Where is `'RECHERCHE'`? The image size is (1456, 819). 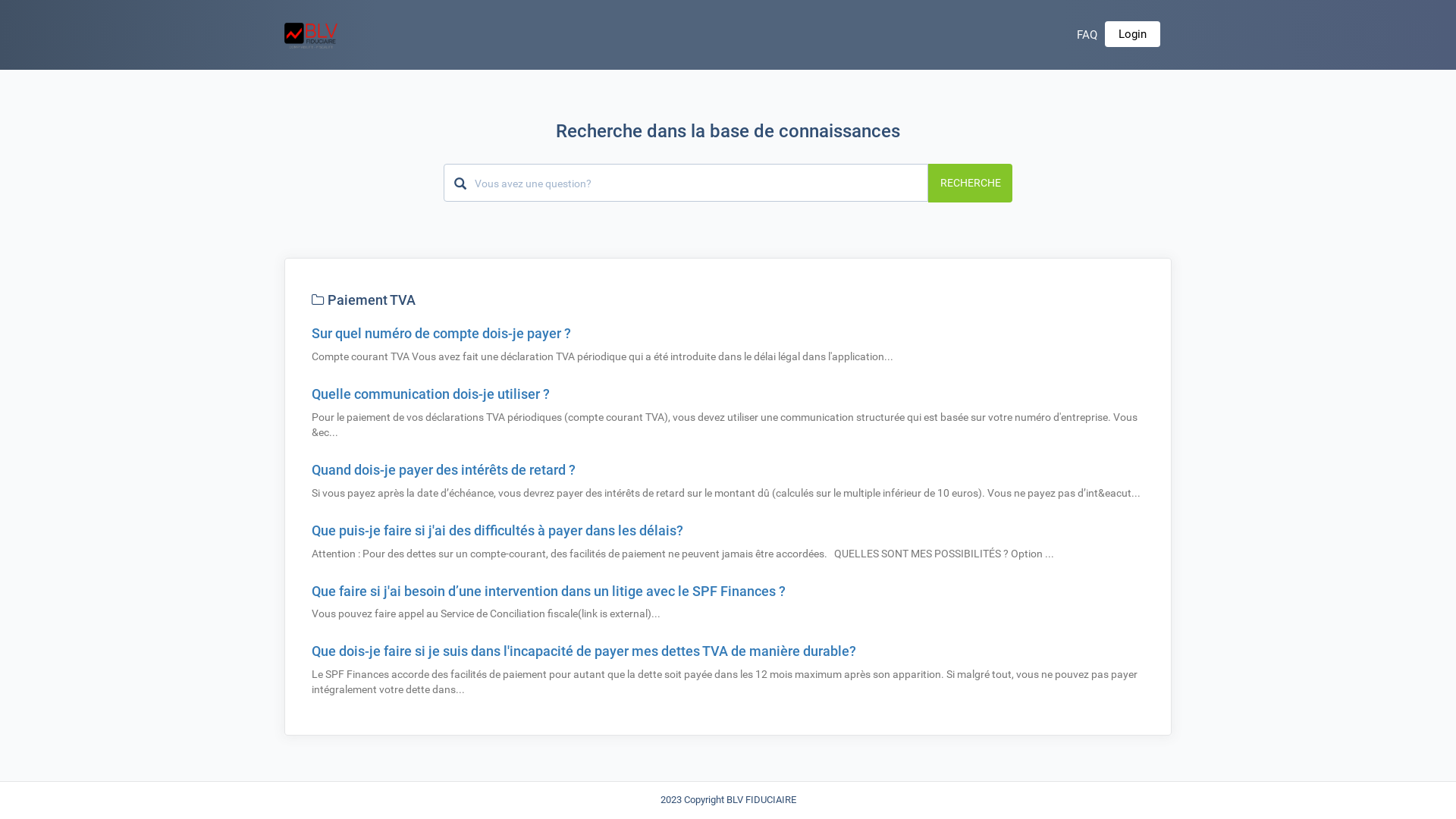
'RECHERCHE' is located at coordinates (969, 181).